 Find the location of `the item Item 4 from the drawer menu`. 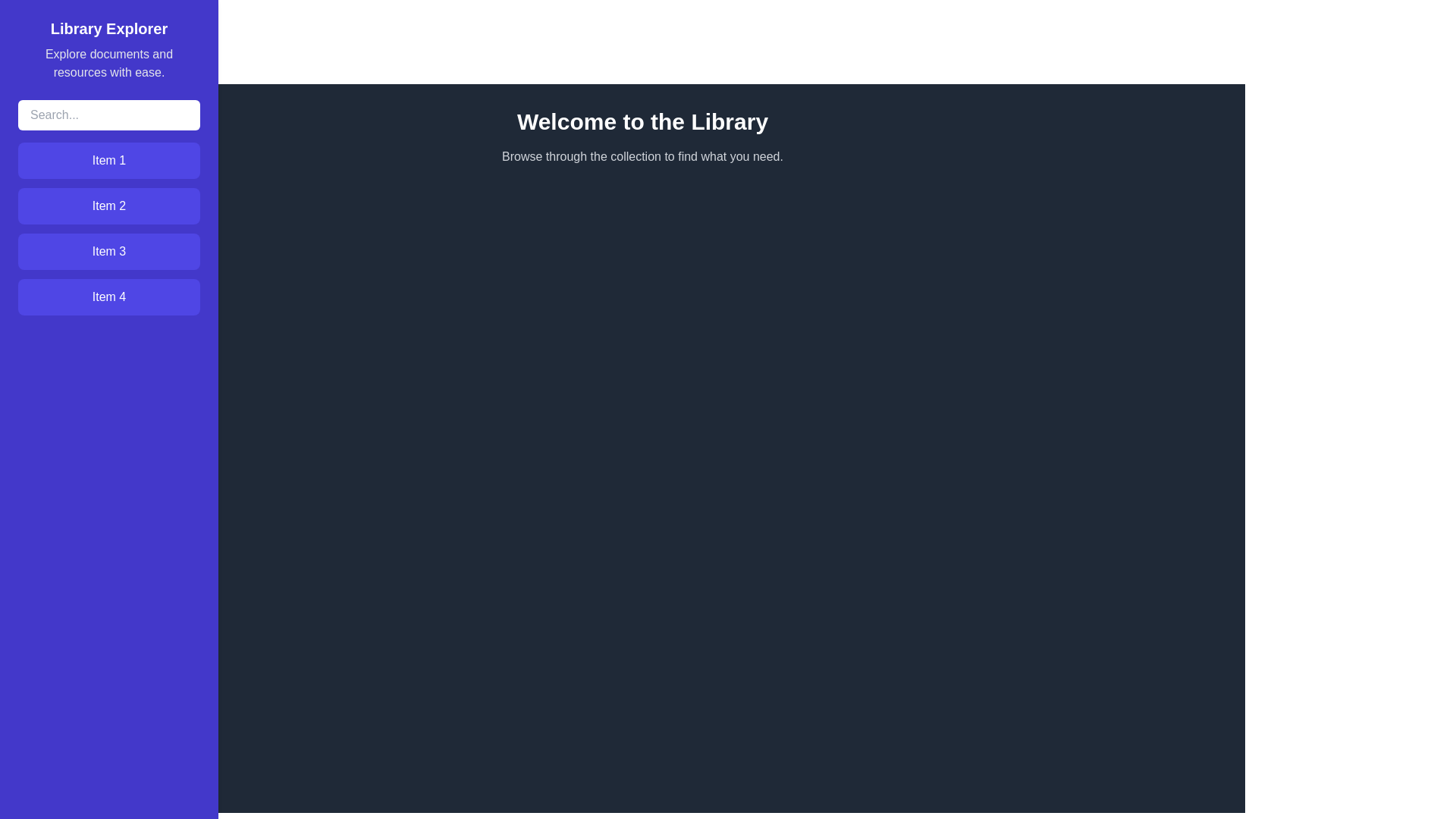

the item Item 4 from the drawer menu is located at coordinates (108, 297).